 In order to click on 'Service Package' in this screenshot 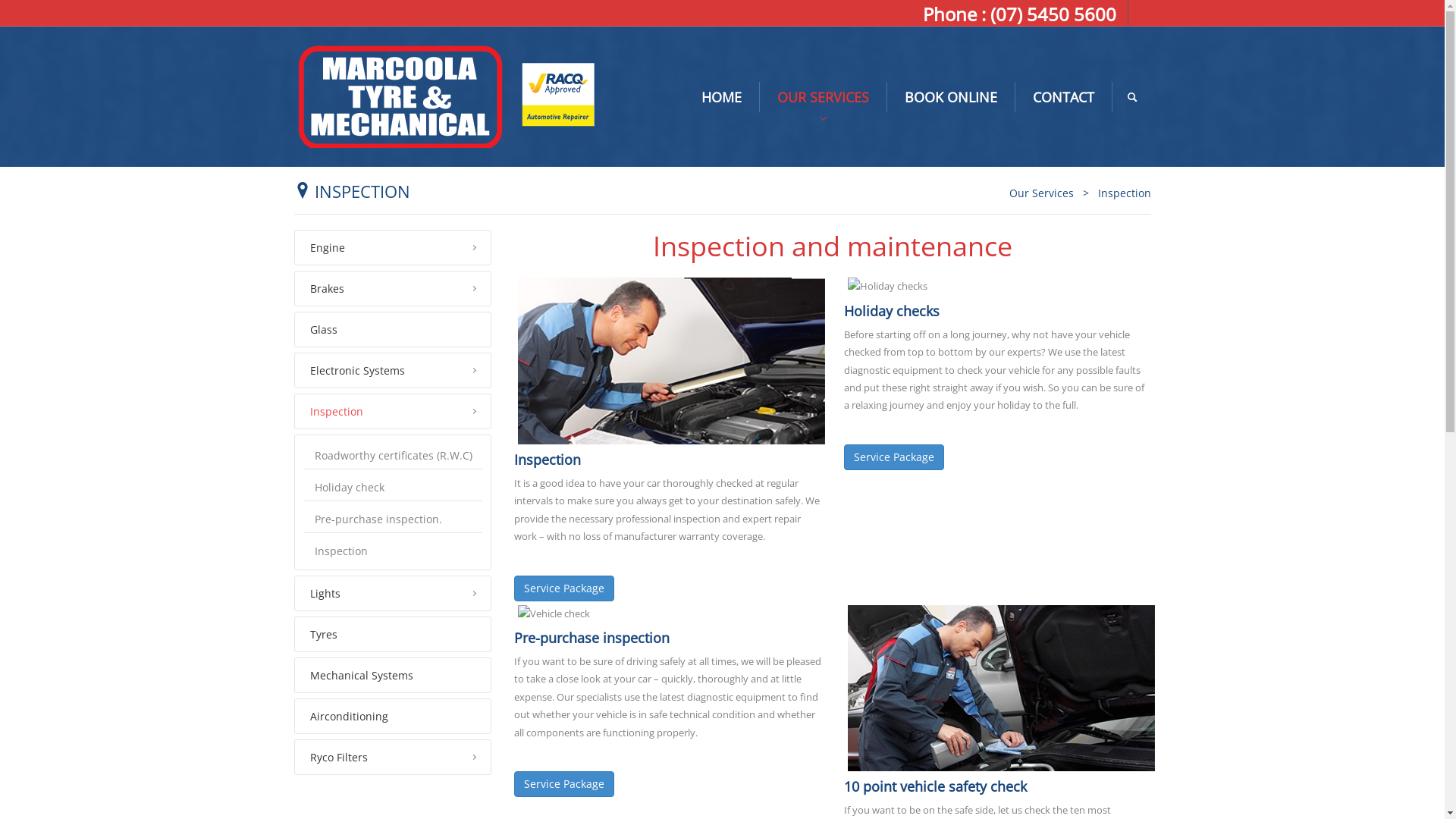, I will do `click(563, 587)`.